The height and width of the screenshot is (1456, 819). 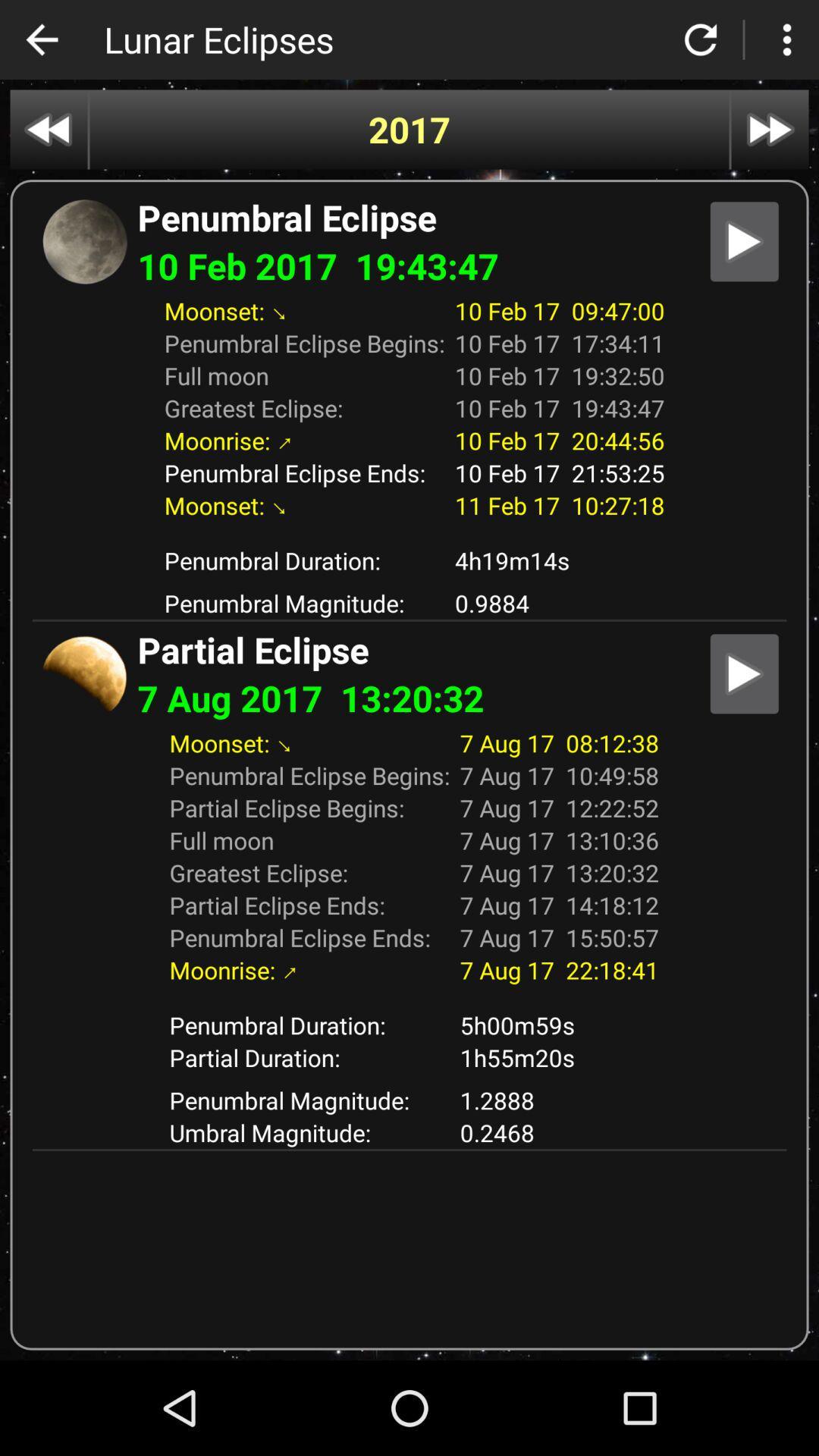 What do you see at coordinates (560, 560) in the screenshot?
I see `the icon next to the penumbral duration: item` at bounding box center [560, 560].